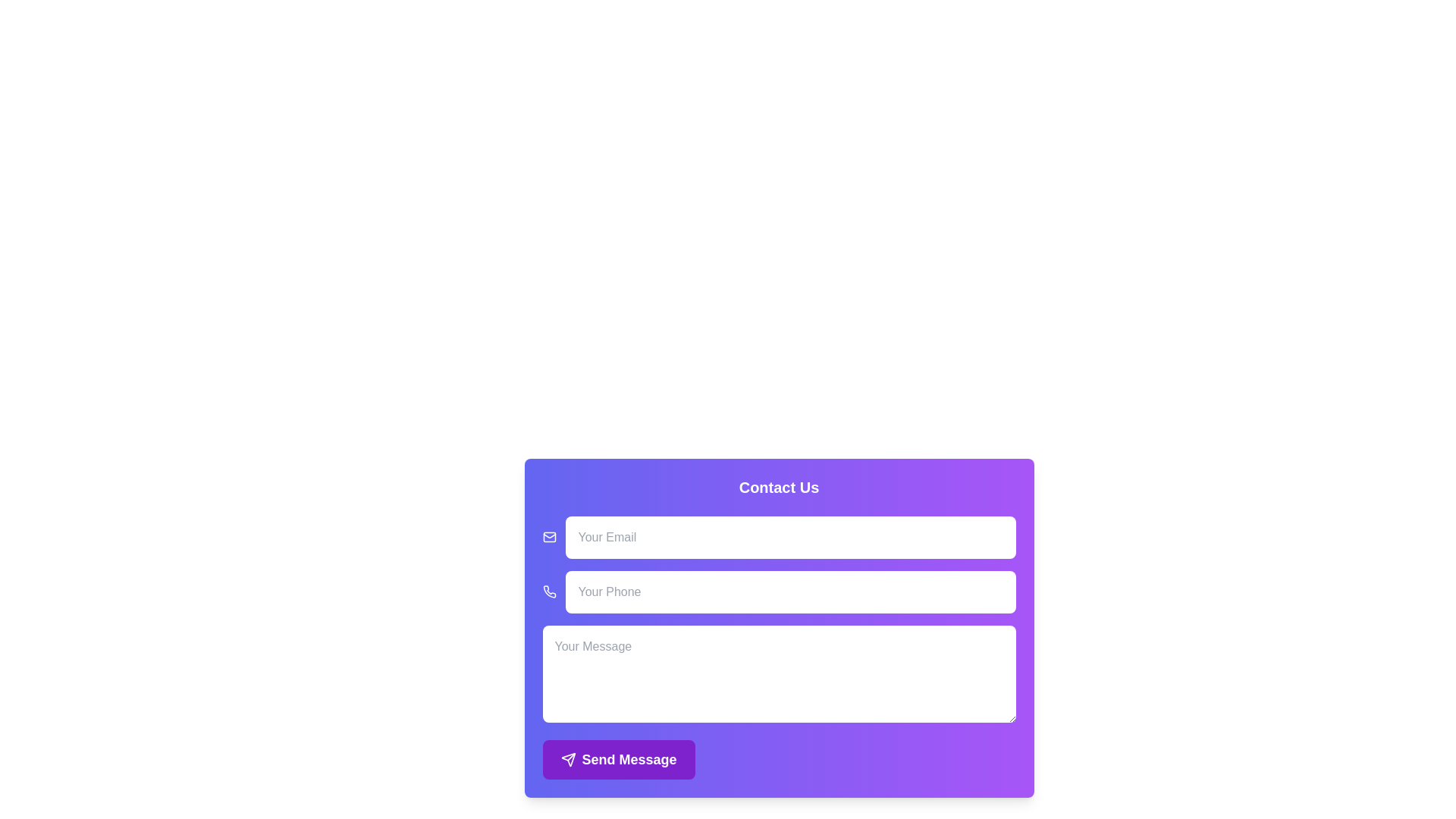 The image size is (1456, 819). Describe the element at coordinates (548, 591) in the screenshot. I see `the phone icon located to the left of the 'Your Phone' text input field in the 'Contact Us' form` at that location.